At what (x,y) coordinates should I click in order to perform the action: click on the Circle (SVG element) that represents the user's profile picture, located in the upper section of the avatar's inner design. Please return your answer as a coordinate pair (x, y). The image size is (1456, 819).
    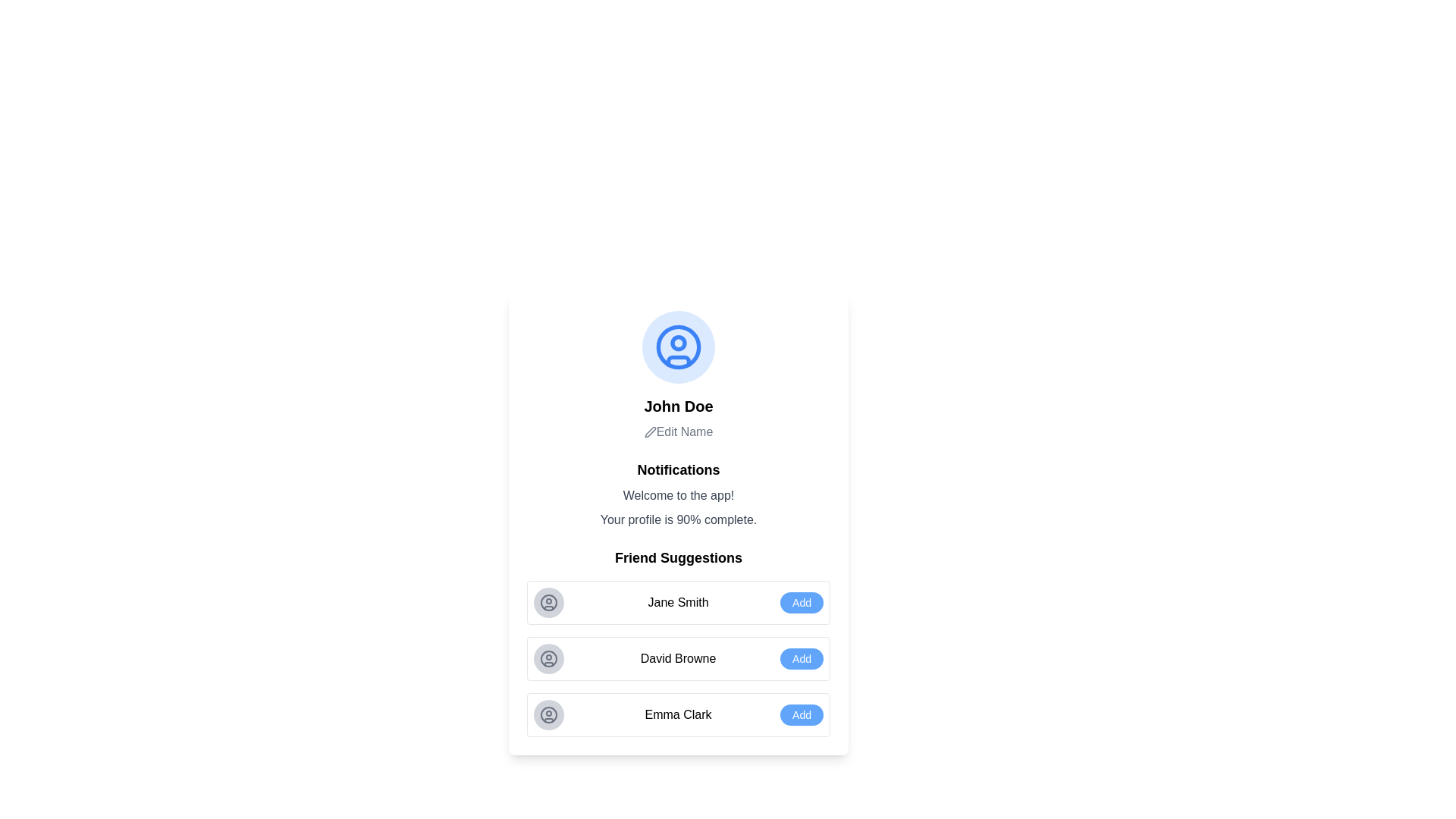
    Looking at the image, I should click on (677, 342).